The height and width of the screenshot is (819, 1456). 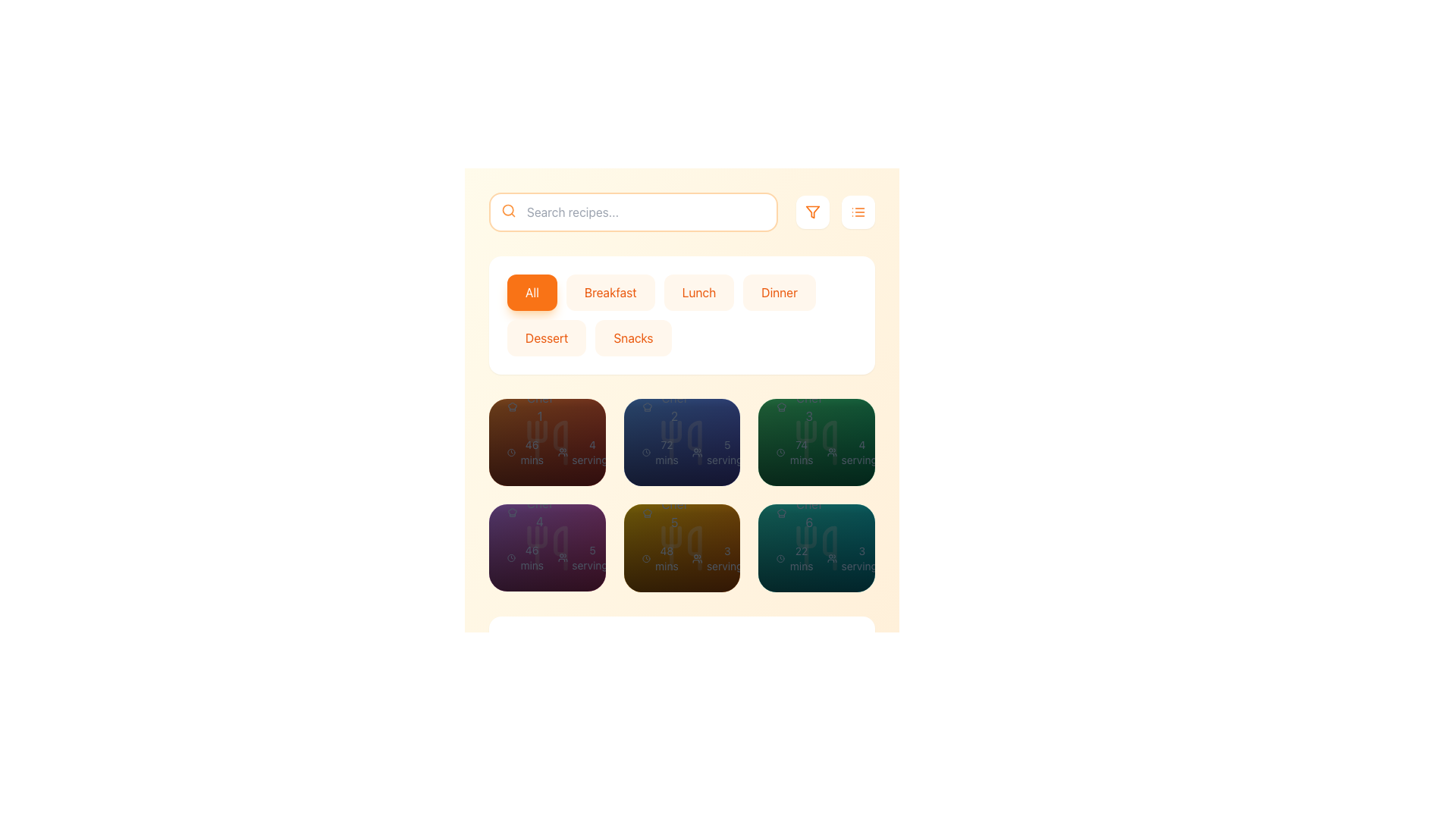 What do you see at coordinates (800, 512) in the screenshot?
I see `the content of the text label 'Chef 6' located in the sixth recipe card, positioned in the bottom row, third column` at bounding box center [800, 512].